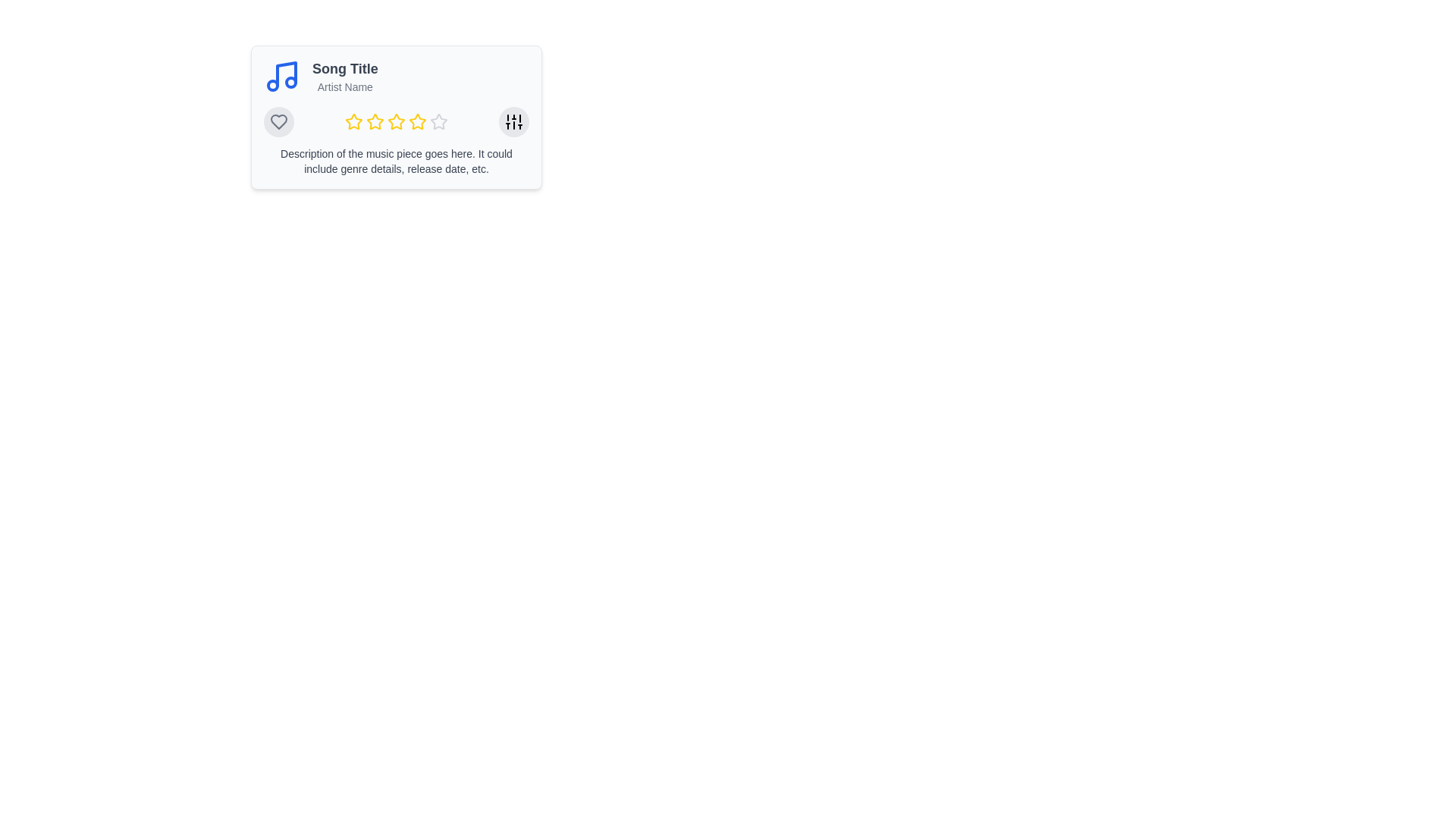 Image resolution: width=1456 pixels, height=819 pixels. What do you see at coordinates (397, 121) in the screenshot?
I see `the third star in the five-star rating system by tabbing to it` at bounding box center [397, 121].